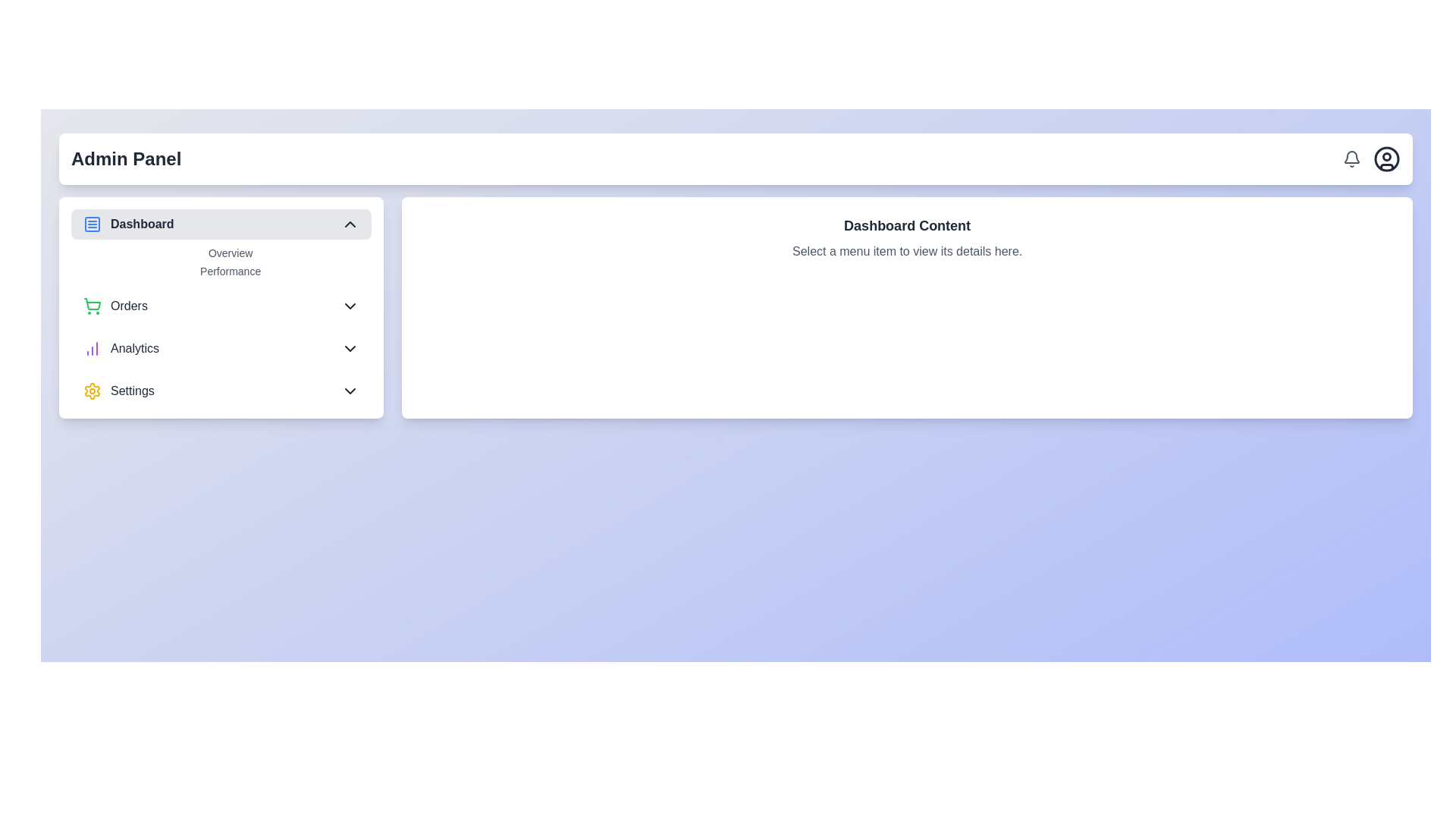 This screenshot has width=1456, height=819. I want to click on the purple icon consisting of three vertical bars, located in the left sidebar next to the 'Analytics' label, so click(91, 348).